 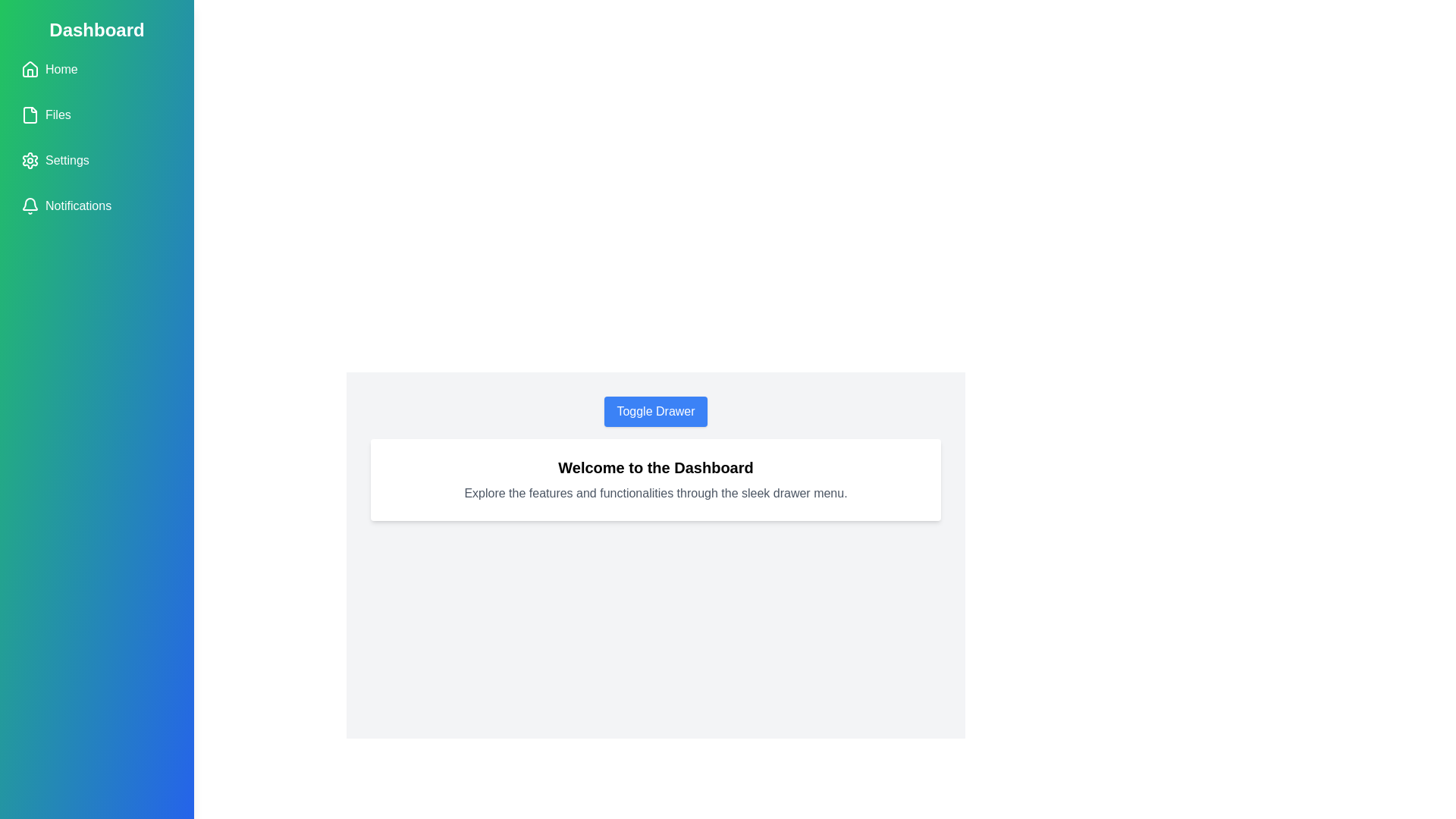 What do you see at coordinates (96, 206) in the screenshot?
I see `the menu item Notifications to navigate` at bounding box center [96, 206].